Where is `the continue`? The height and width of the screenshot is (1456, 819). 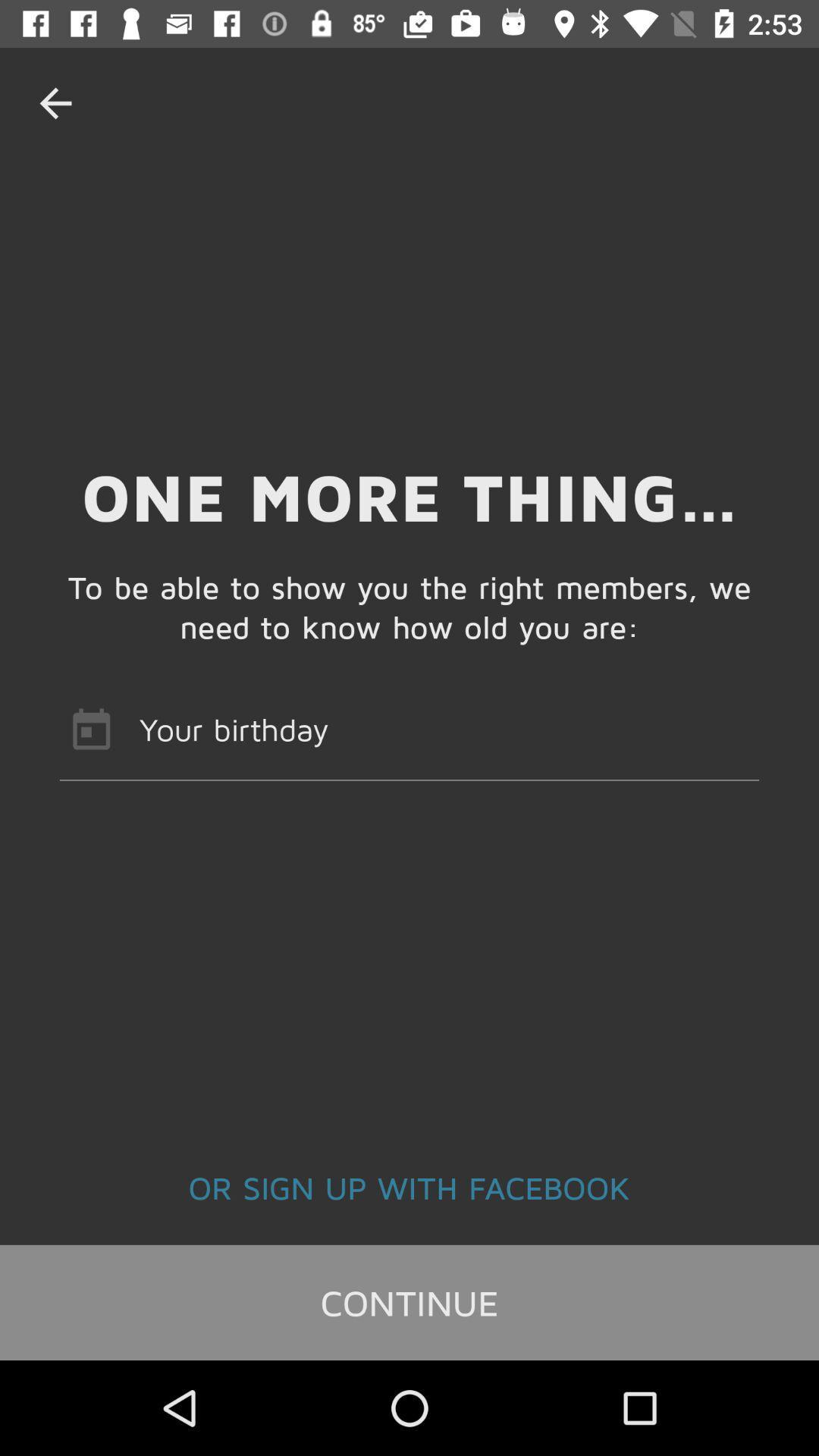
the continue is located at coordinates (409, 1301).